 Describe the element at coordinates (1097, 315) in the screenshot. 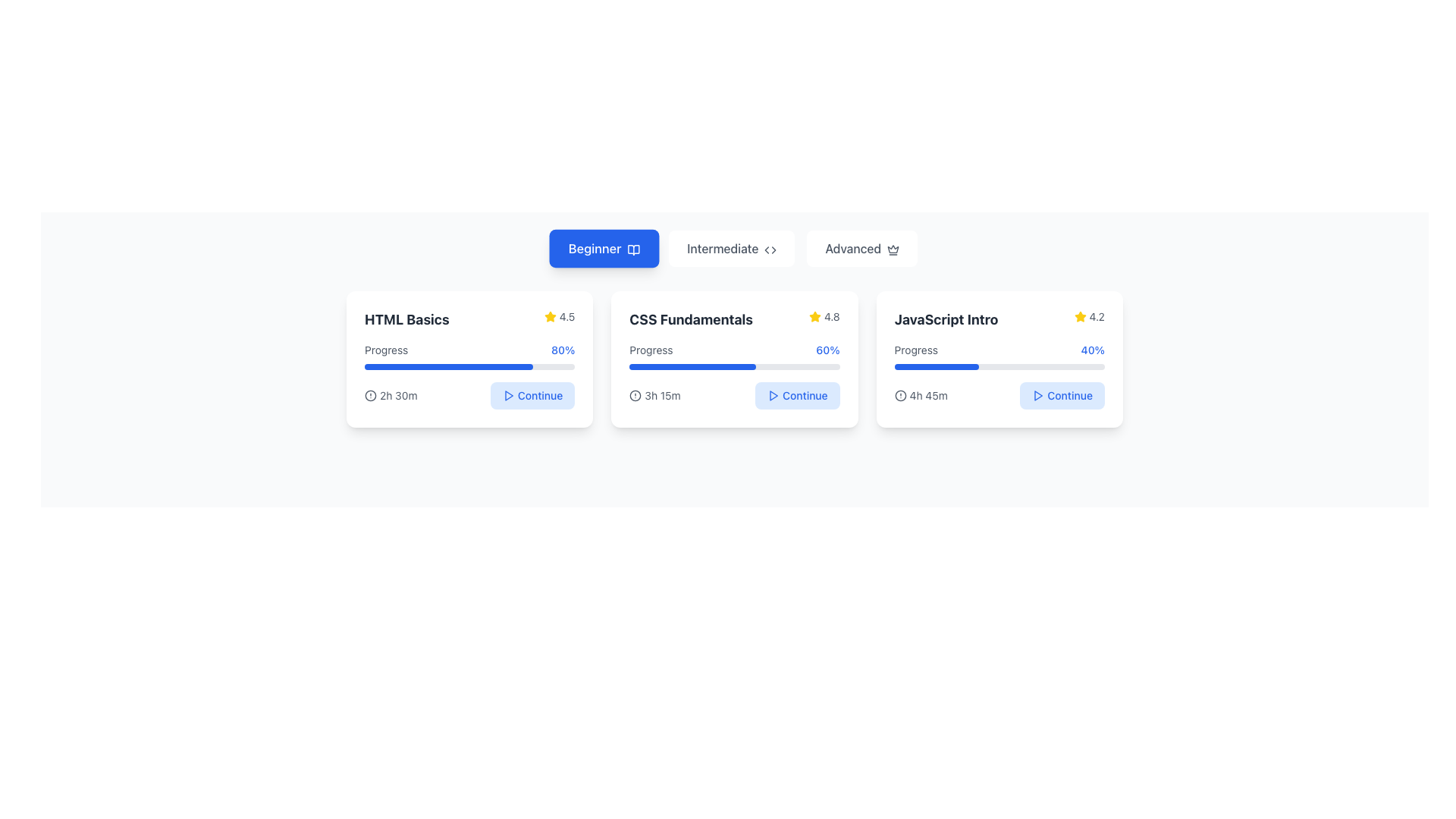

I see `value of the text label displaying '4.2', which is styled with a small font size in gray color and positioned adjacent to a yellow star icon in the JavaScript Intro course card` at that location.